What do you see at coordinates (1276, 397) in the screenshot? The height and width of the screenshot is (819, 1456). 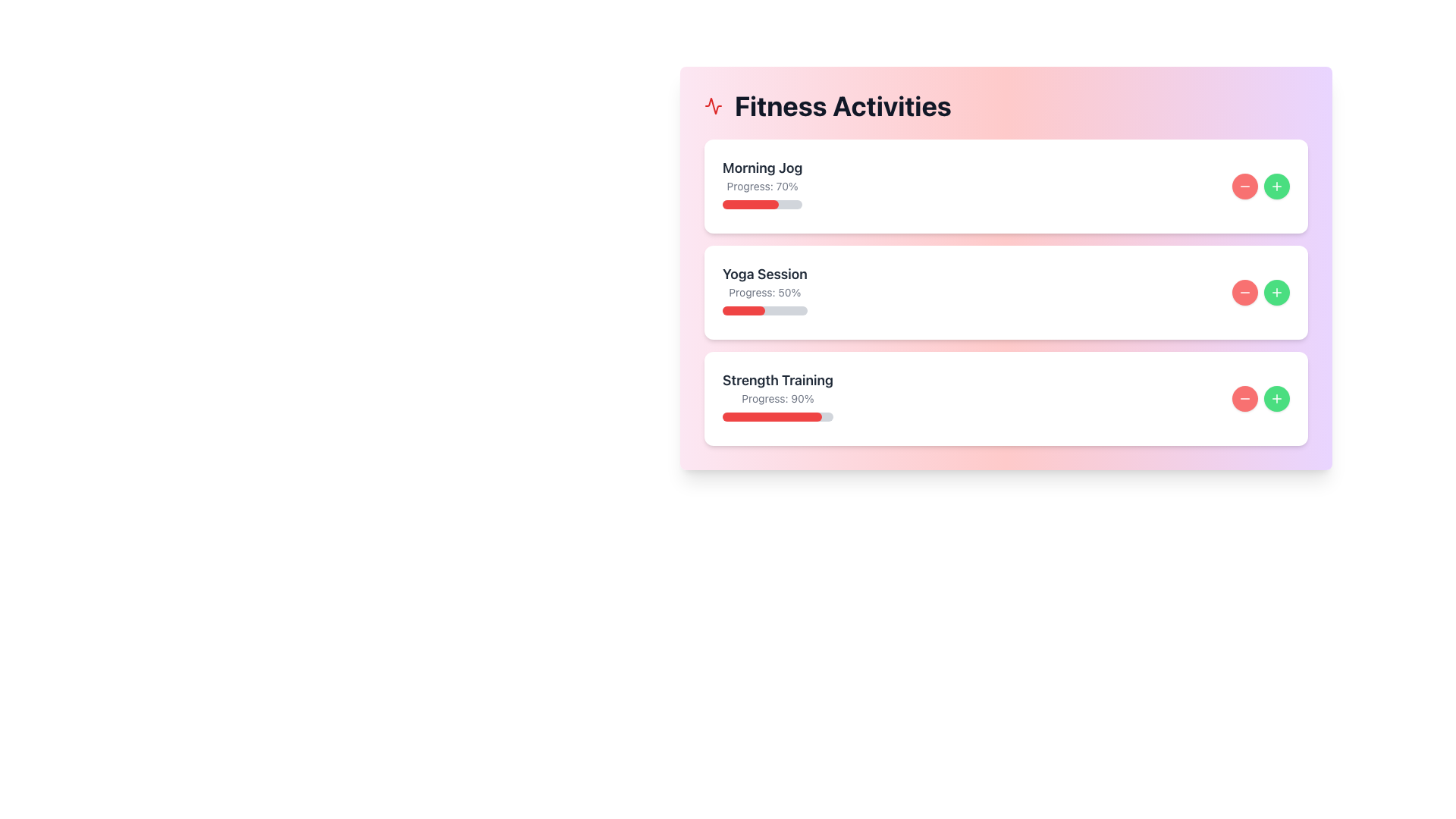 I see `the interactive button used to increment the value for the 'Strength Training' activity, located in the third row to the far right next to a red circular button with a minus icon` at bounding box center [1276, 397].